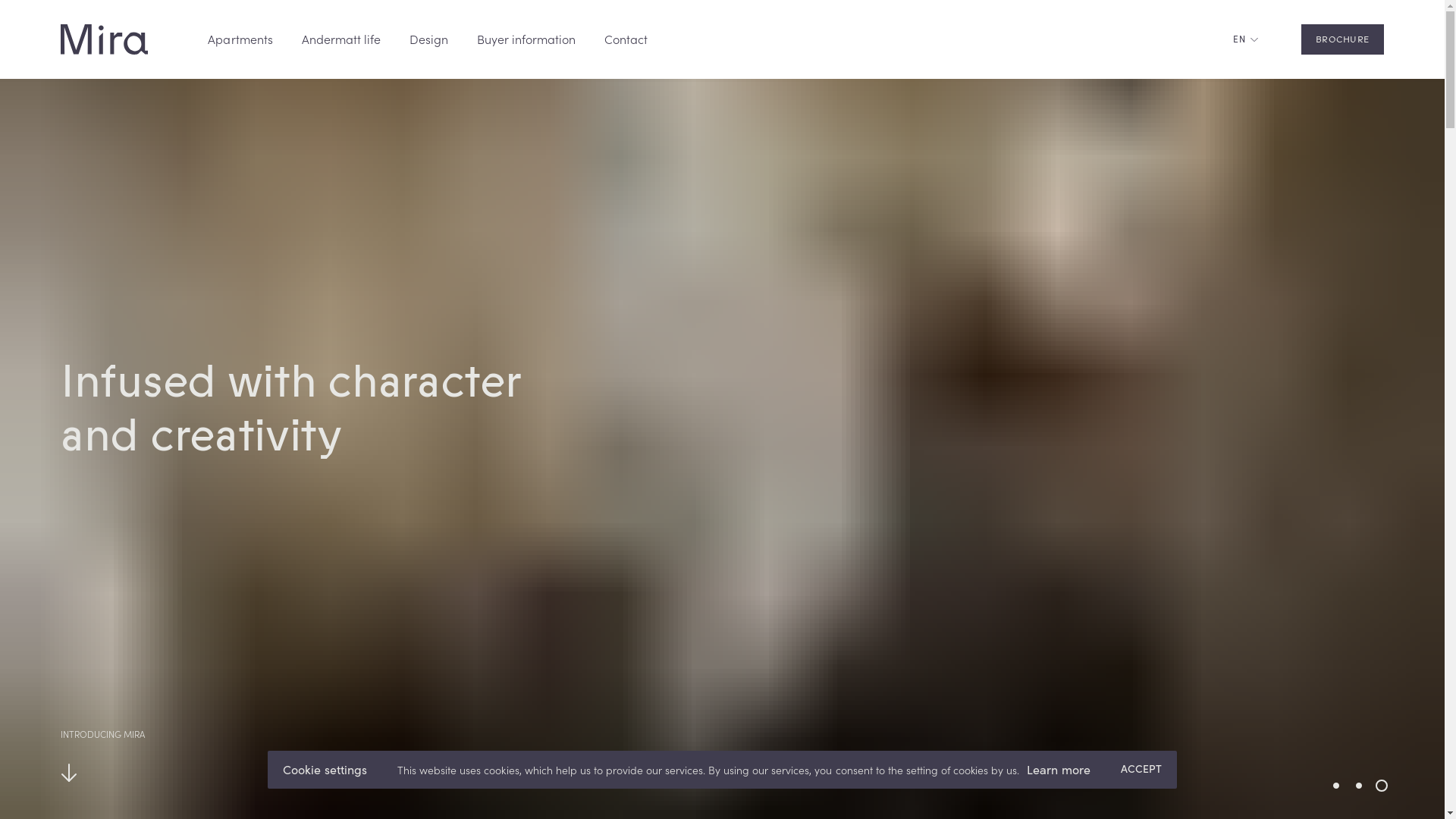 The width and height of the screenshot is (1456, 819). What do you see at coordinates (1301, 38) in the screenshot?
I see `'BROCHURE'` at bounding box center [1301, 38].